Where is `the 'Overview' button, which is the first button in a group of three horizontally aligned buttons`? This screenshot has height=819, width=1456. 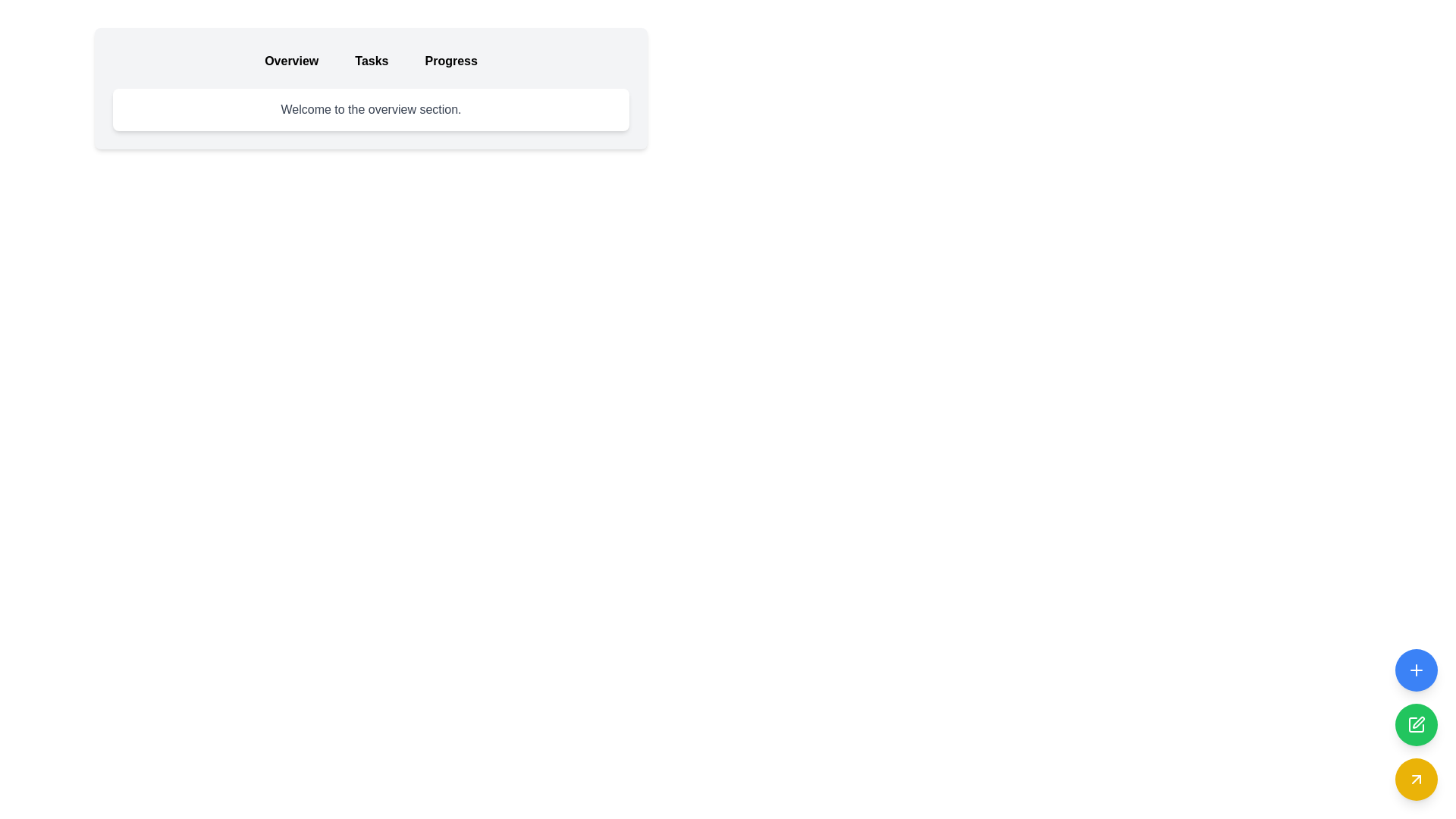
the 'Overview' button, which is the first button in a group of three horizontally aligned buttons is located at coordinates (291, 61).